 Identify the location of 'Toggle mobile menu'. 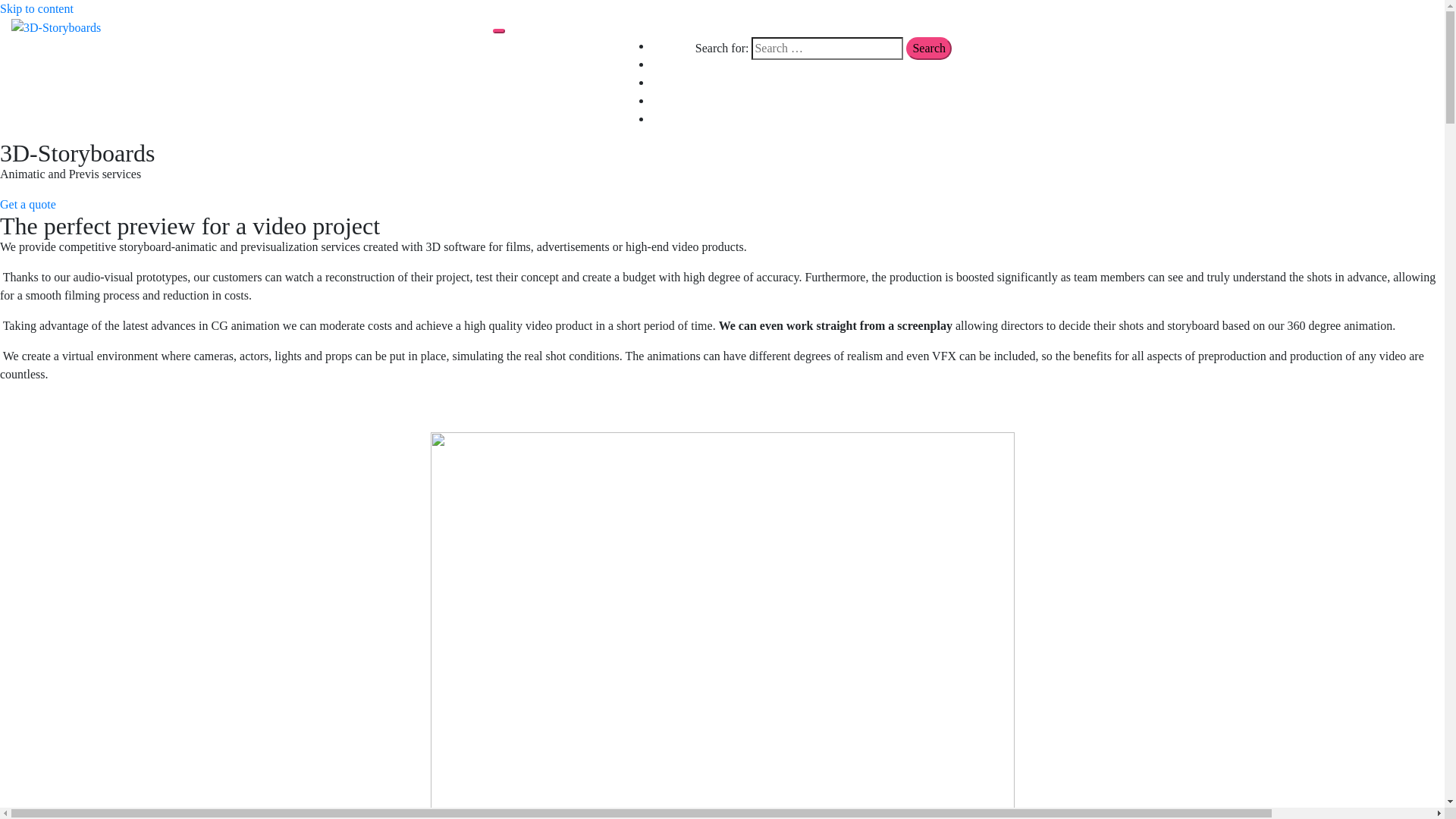
(498, 31).